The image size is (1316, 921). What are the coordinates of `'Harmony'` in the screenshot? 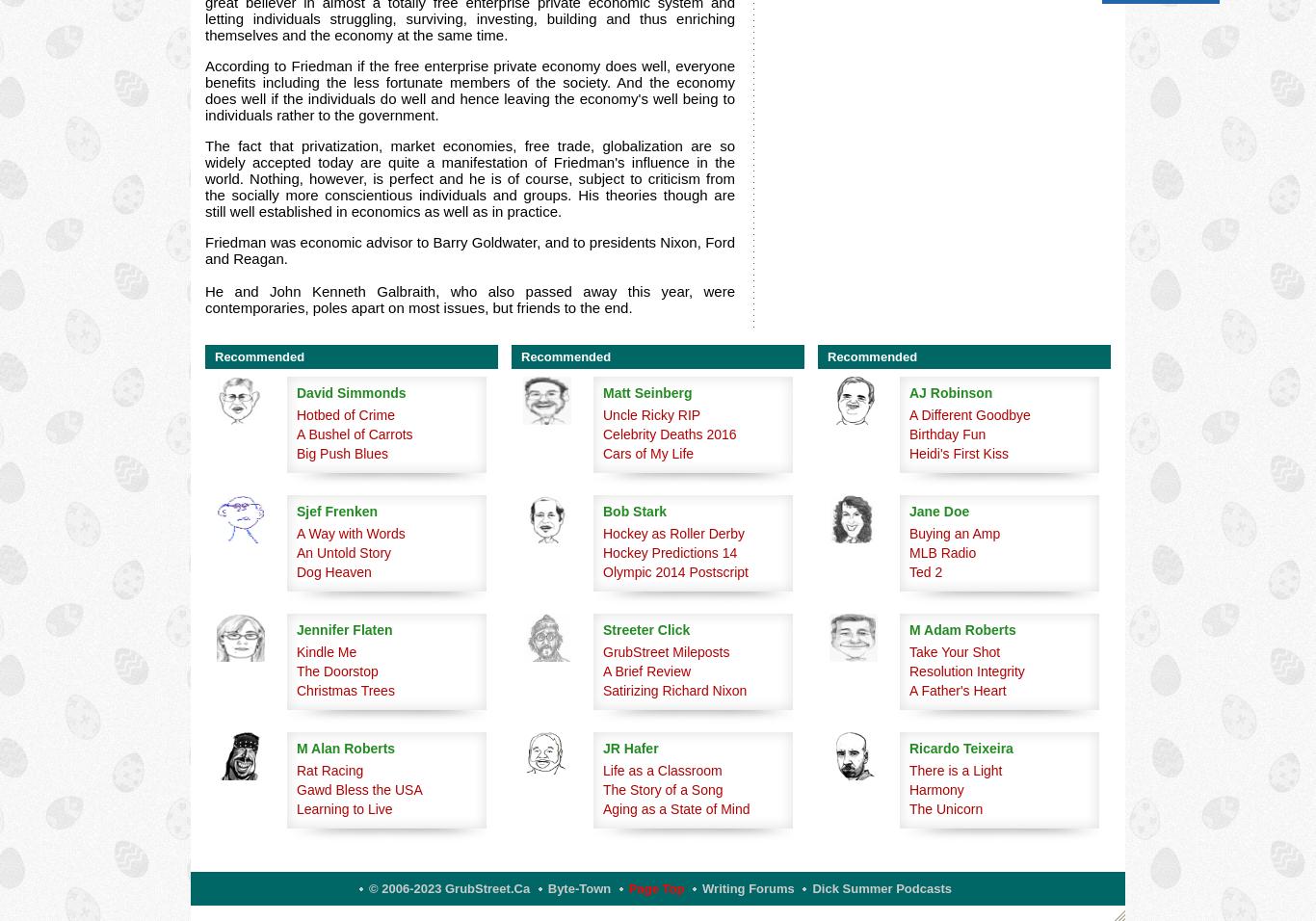 It's located at (936, 788).